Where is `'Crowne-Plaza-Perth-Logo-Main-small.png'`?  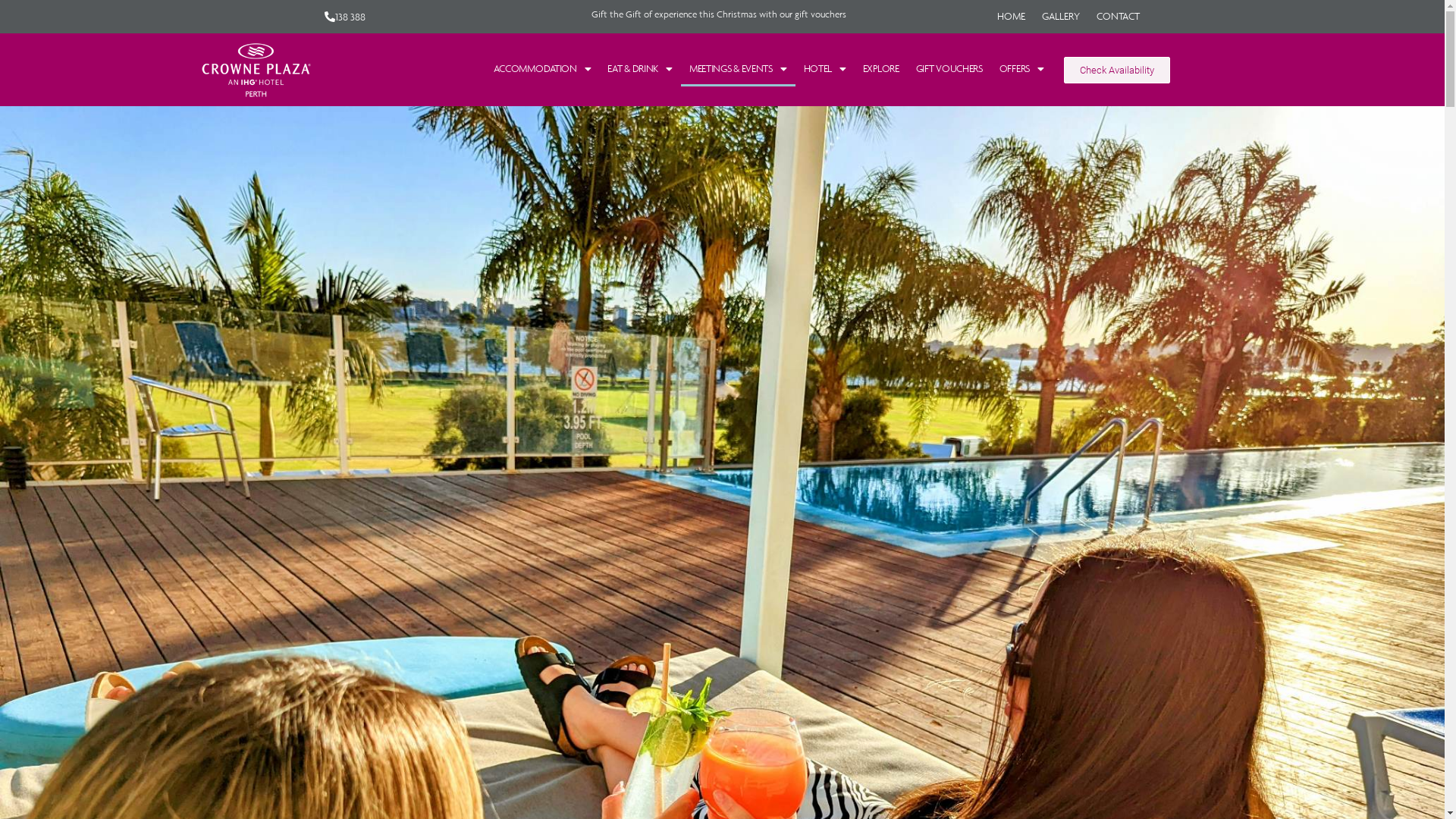
'Crowne-Plaza-Perth-Logo-Main-small.png' is located at coordinates (255, 70).